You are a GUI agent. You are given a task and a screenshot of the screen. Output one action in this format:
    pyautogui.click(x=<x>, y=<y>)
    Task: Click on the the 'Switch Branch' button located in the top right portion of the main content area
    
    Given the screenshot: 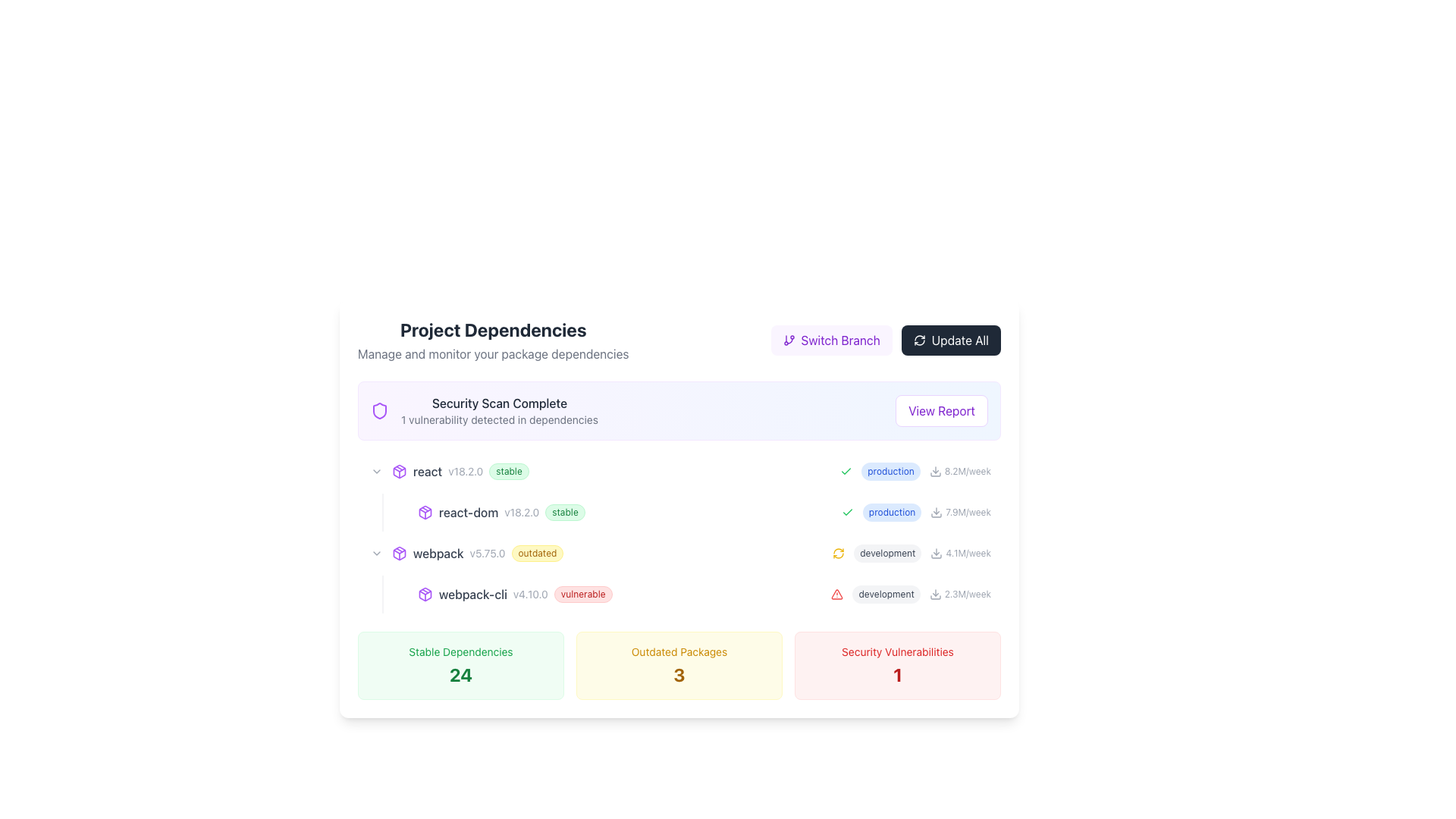 What is the action you would take?
    pyautogui.click(x=830, y=339)
    